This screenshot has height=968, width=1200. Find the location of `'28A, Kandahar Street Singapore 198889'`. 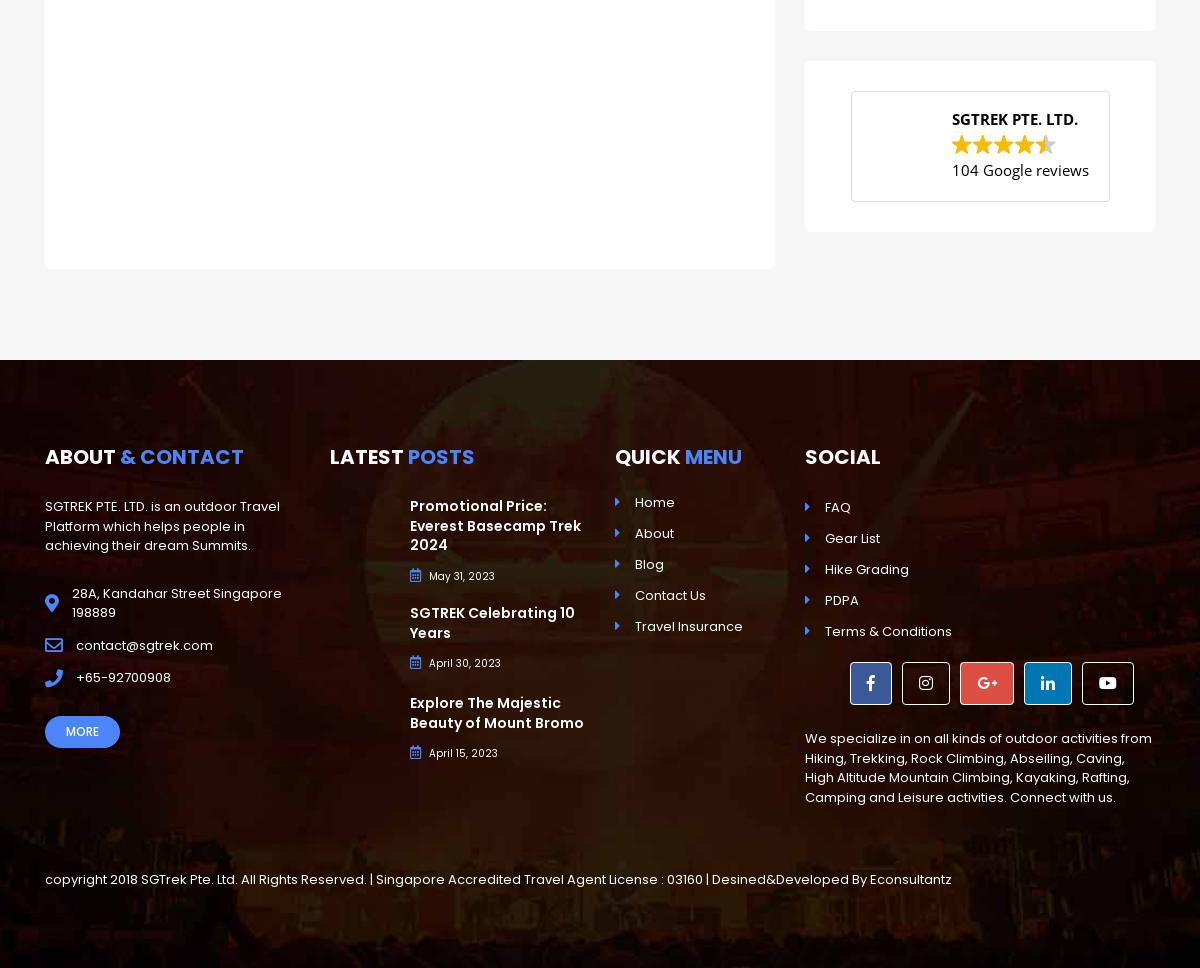

'28A, Kandahar Street Singapore 198889' is located at coordinates (72, 602).